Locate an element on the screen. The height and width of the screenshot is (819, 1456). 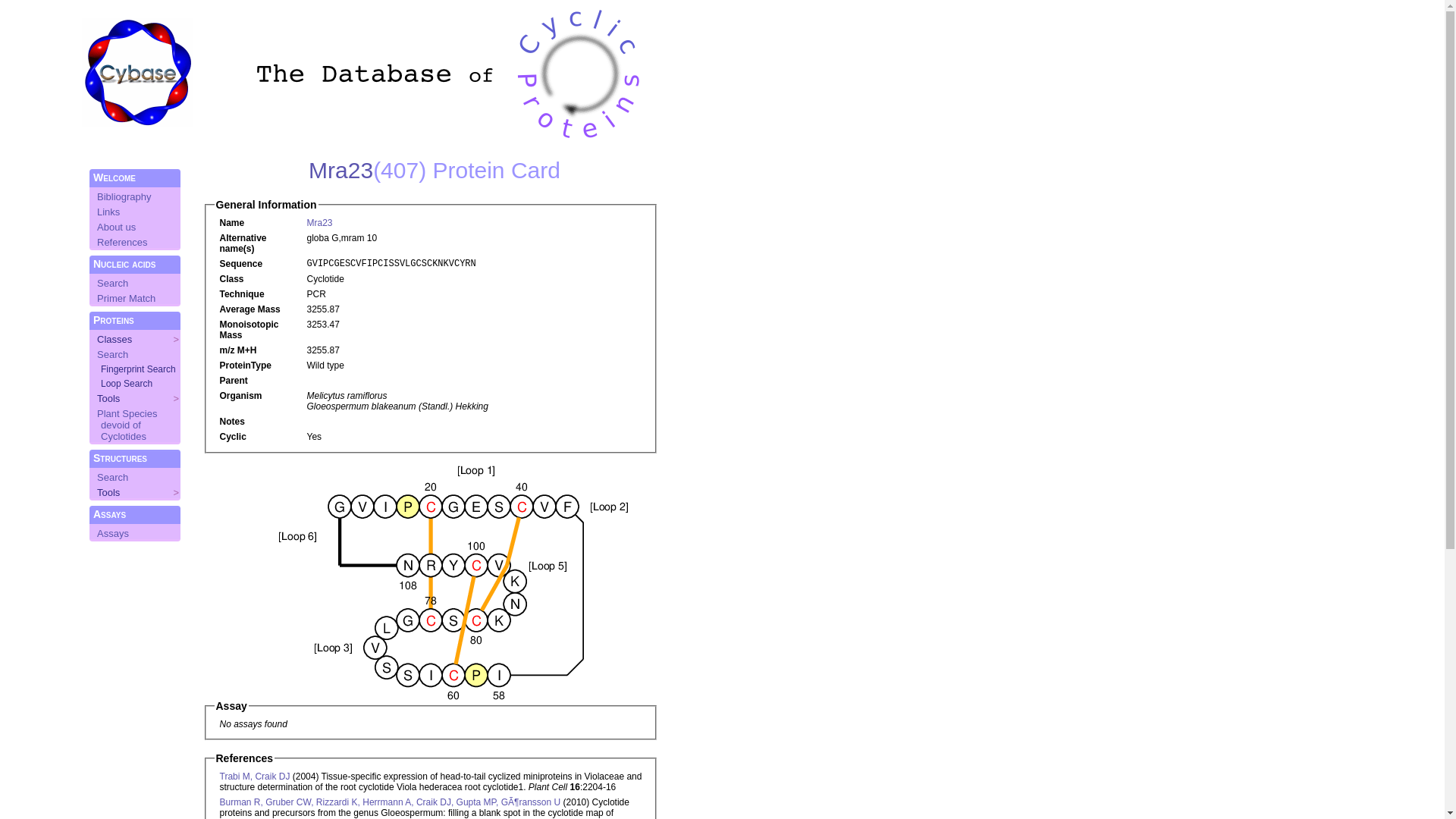
'Mra23' is located at coordinates (305, 222).